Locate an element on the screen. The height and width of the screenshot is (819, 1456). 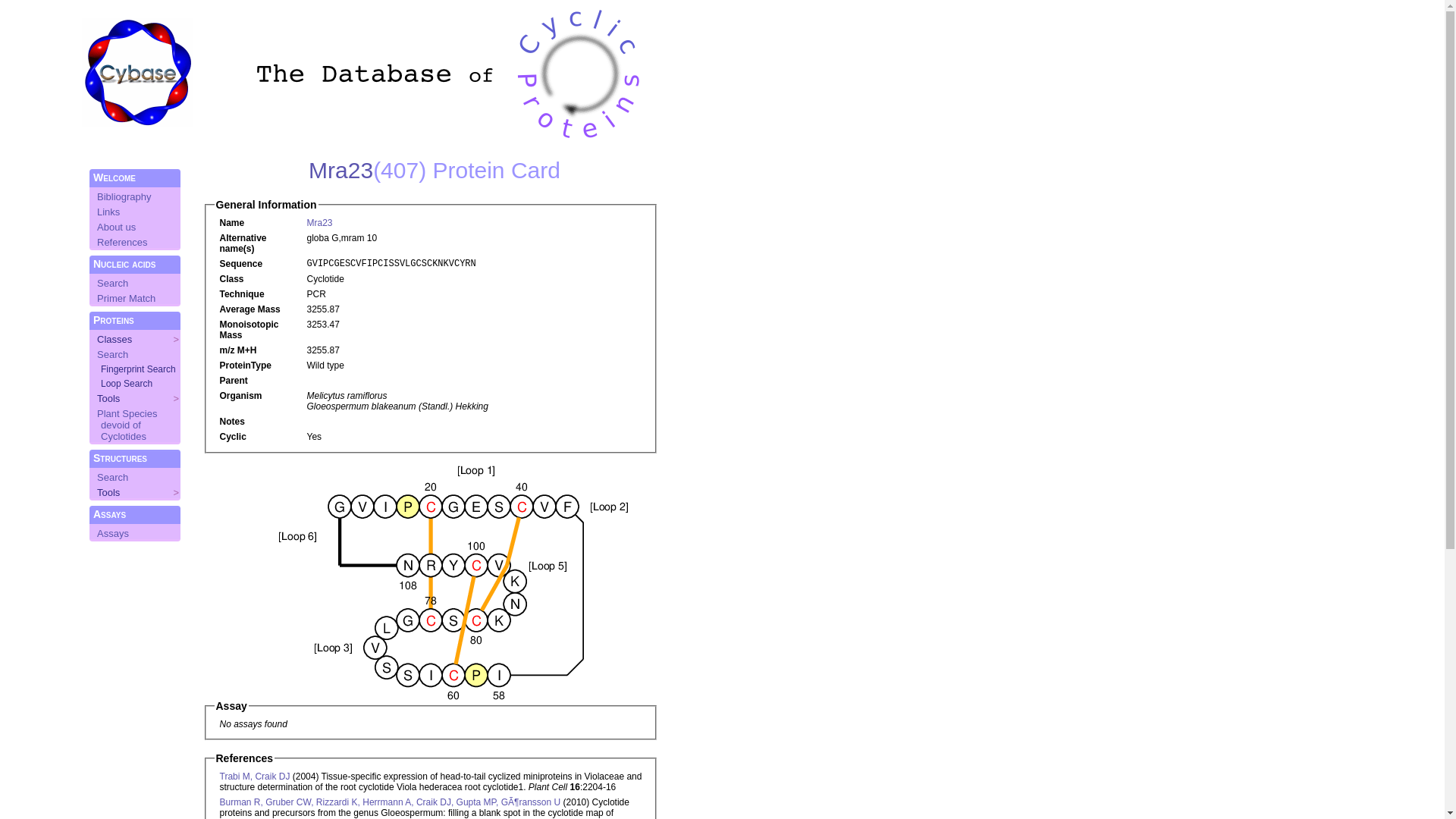
'Mra23' is located at coordinates (305, 222).